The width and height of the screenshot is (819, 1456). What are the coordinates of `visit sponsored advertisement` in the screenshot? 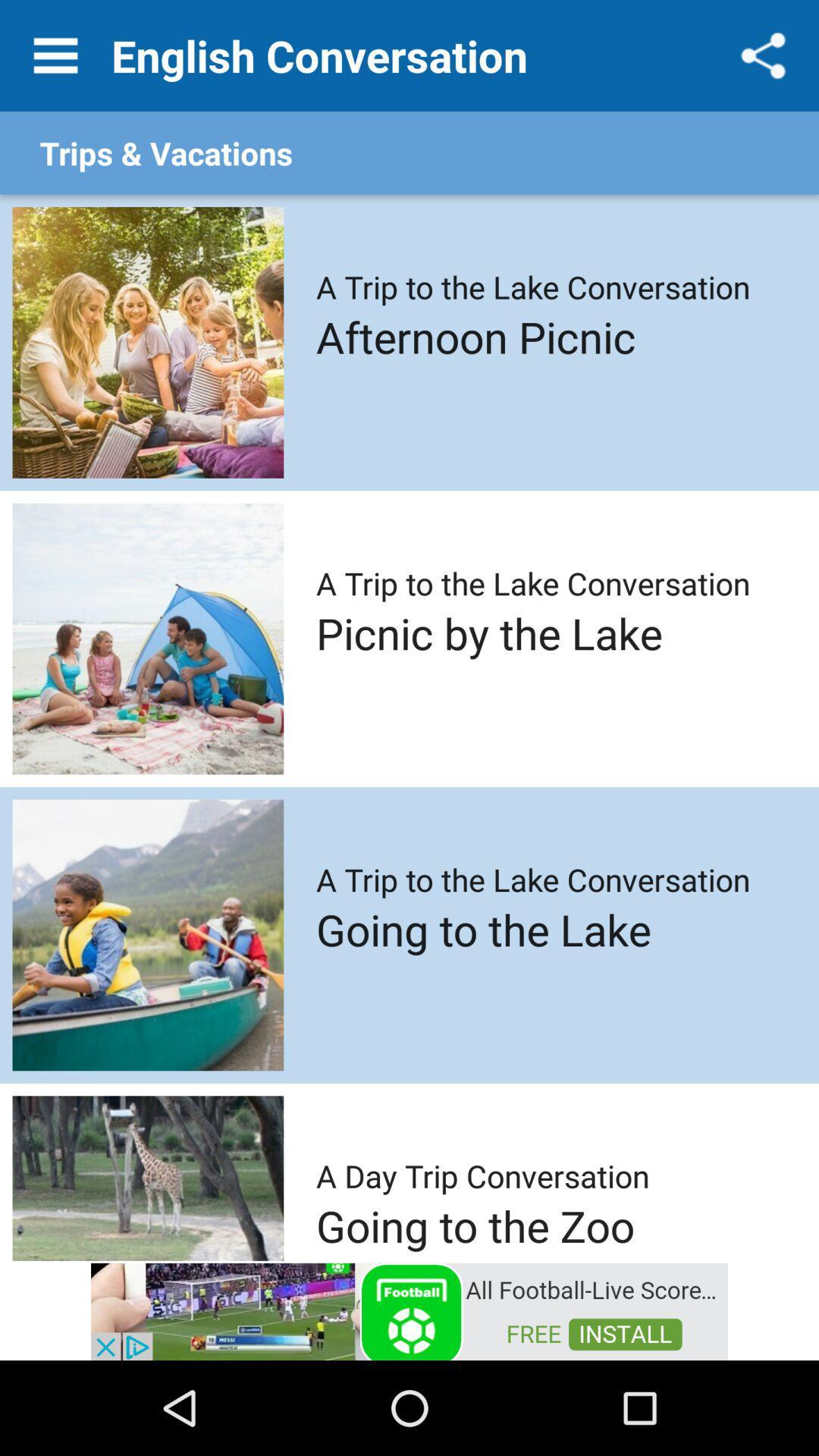 It's located at (409, 1310).